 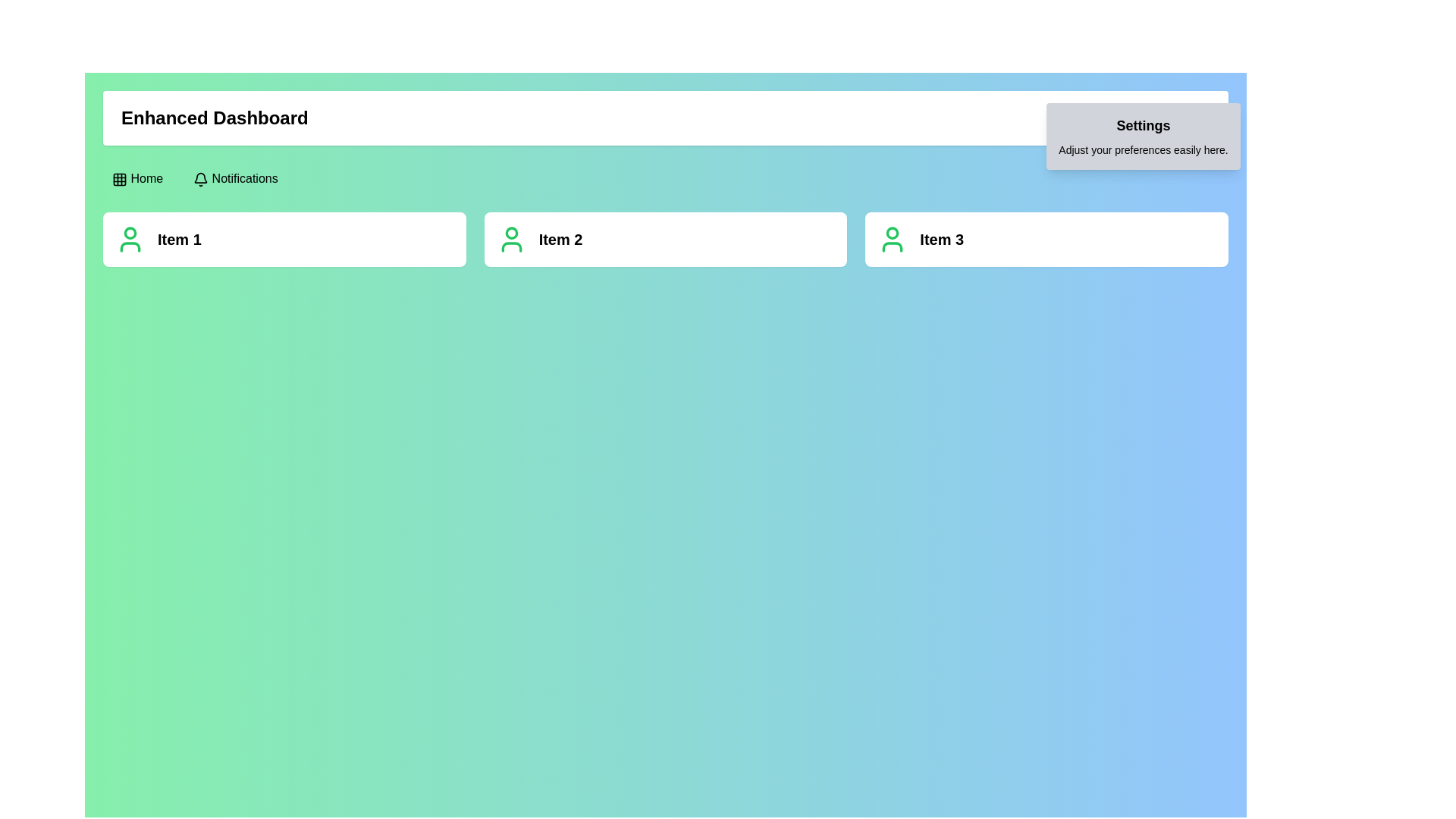 I want to click on the 'Notifications' button, which is a rectangular button with a bell icon and text, located in the top-left horizontal navigation bar, so click(x=234, y=177).